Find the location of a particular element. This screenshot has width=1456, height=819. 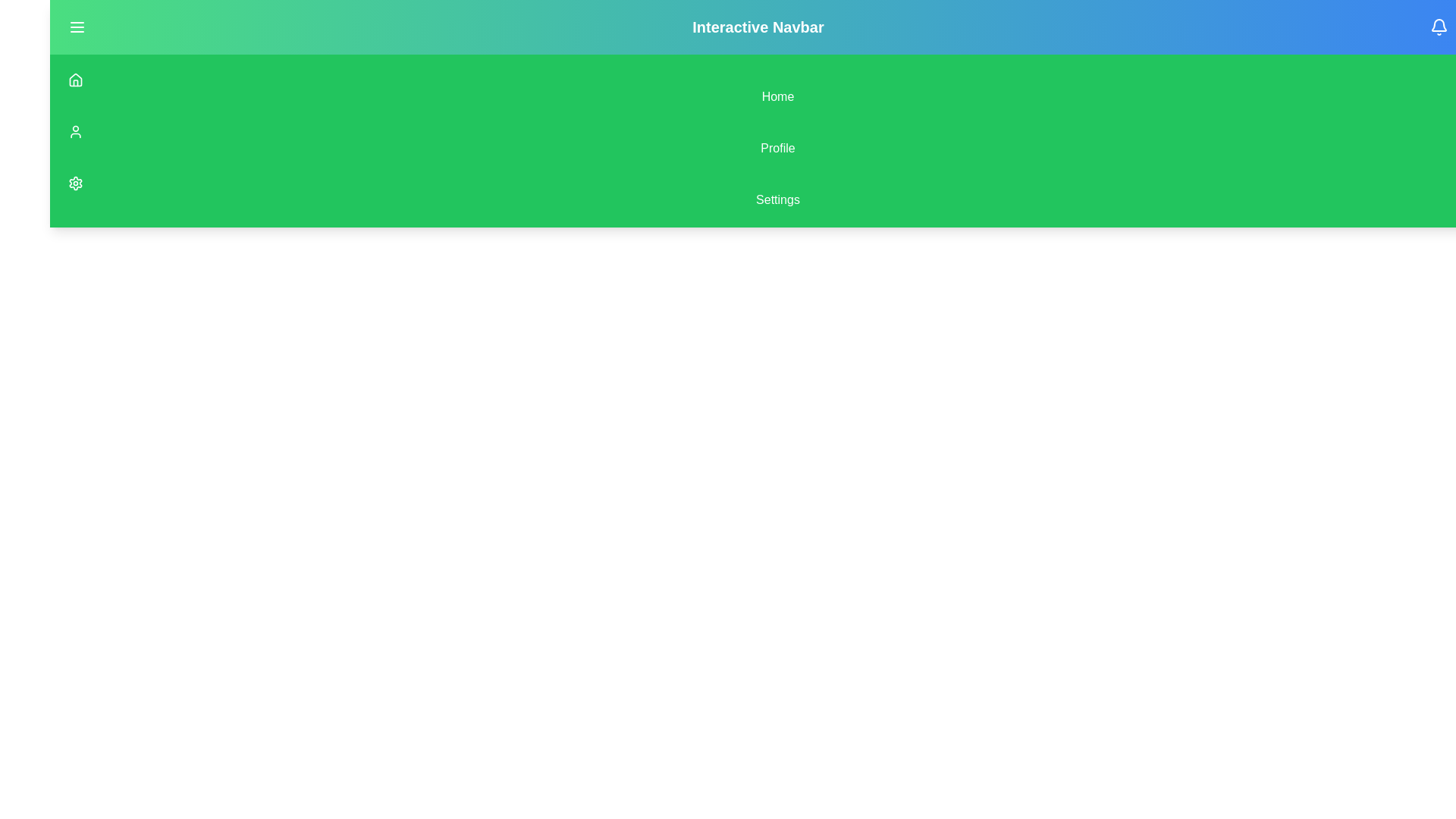

the 'Home' icon located at the top-left corner of the interface, which serves as a button to navigate to the homepage is located at coordinates (75, 79).